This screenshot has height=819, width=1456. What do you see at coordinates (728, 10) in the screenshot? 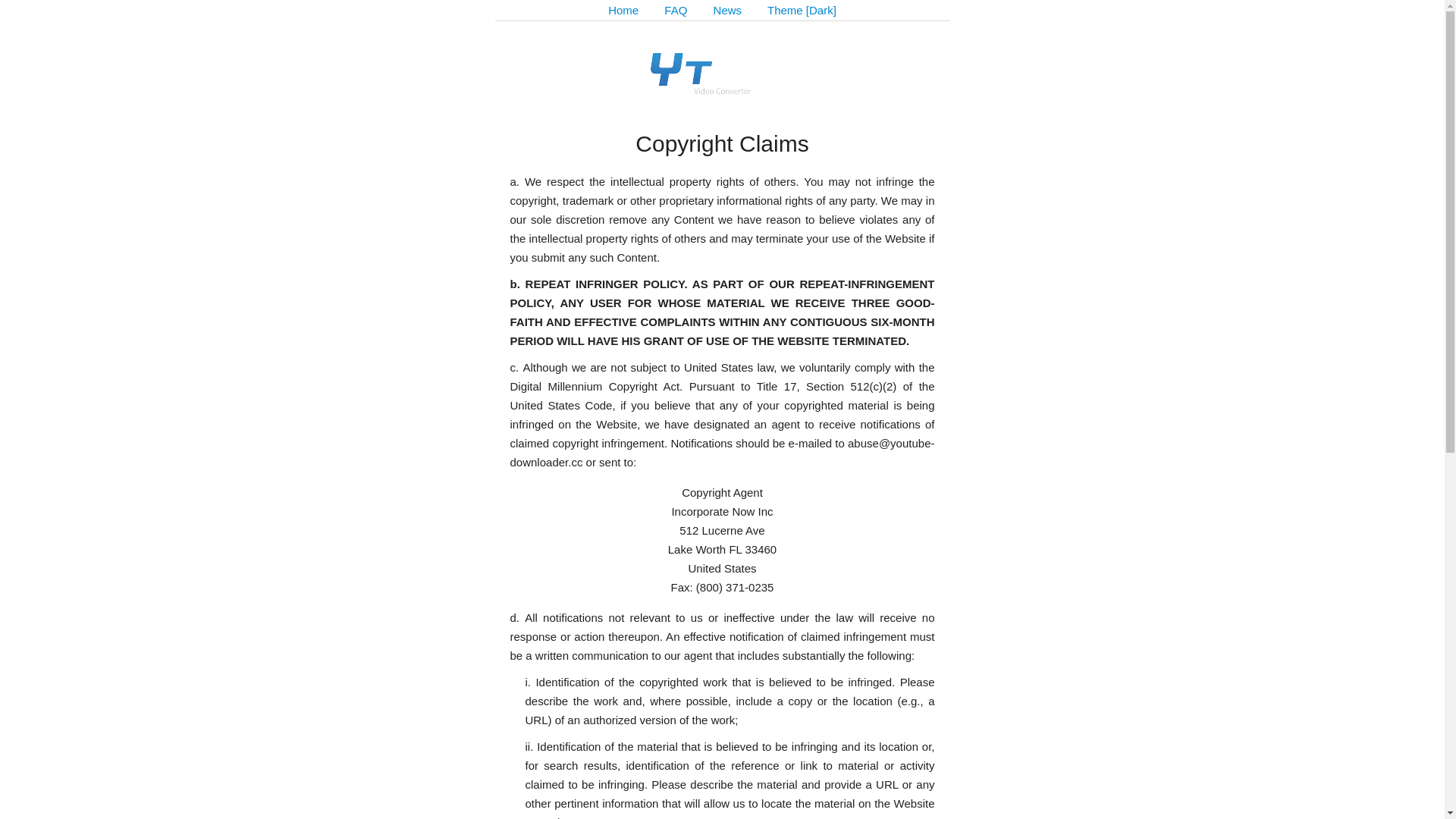
I see `'News'` at bounding box center [728, 10].